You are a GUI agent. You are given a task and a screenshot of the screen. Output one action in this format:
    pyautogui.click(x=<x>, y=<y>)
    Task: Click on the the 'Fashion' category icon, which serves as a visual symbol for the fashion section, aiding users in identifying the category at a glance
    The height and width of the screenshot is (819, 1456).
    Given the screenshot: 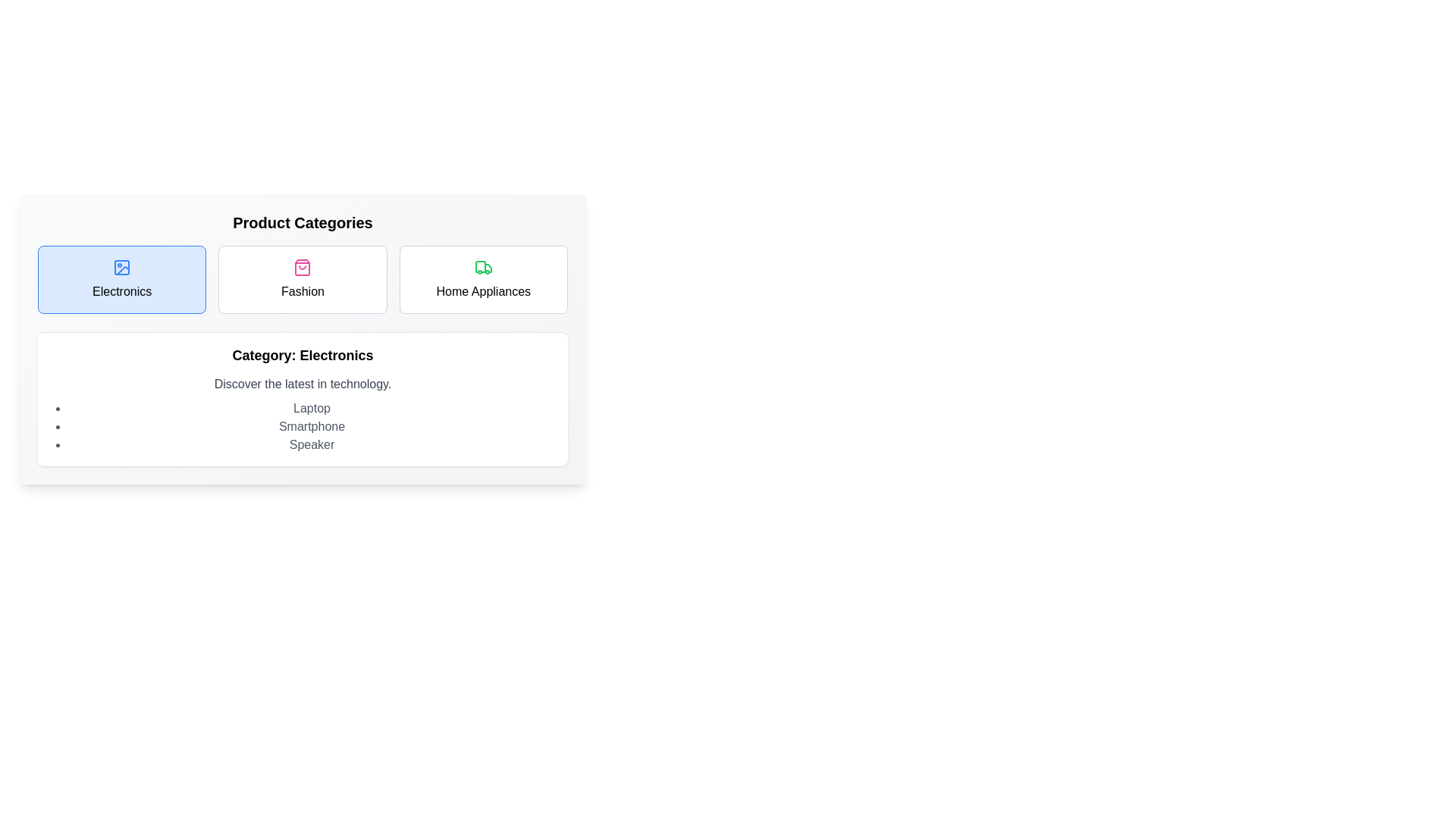 What is the action you would take?
    pyautogui.click(x=303, y=267)
    